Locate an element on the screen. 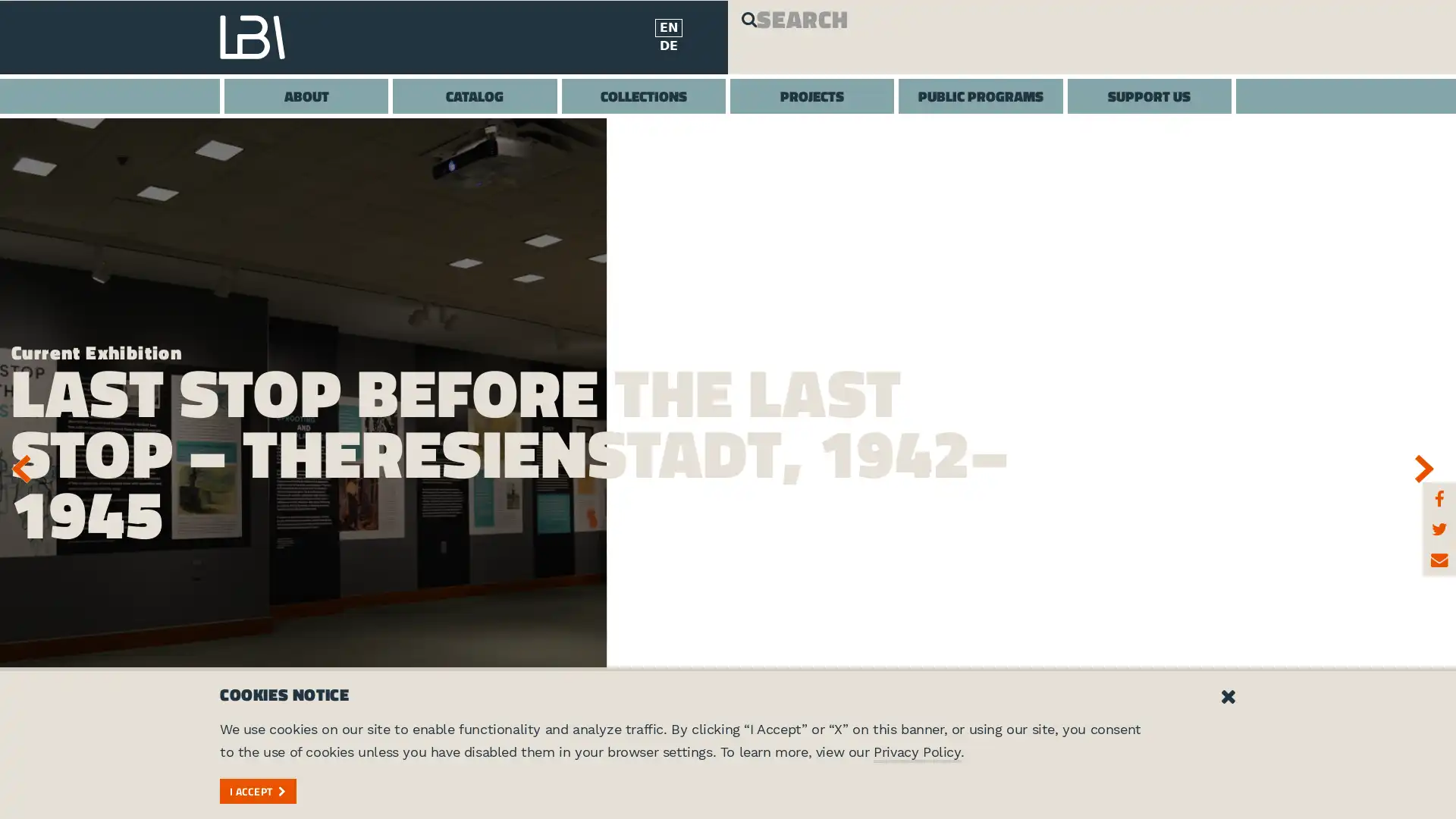 This screenshot has height=819, width=1456. I ACCEPT is located at coordinates (258, 789).